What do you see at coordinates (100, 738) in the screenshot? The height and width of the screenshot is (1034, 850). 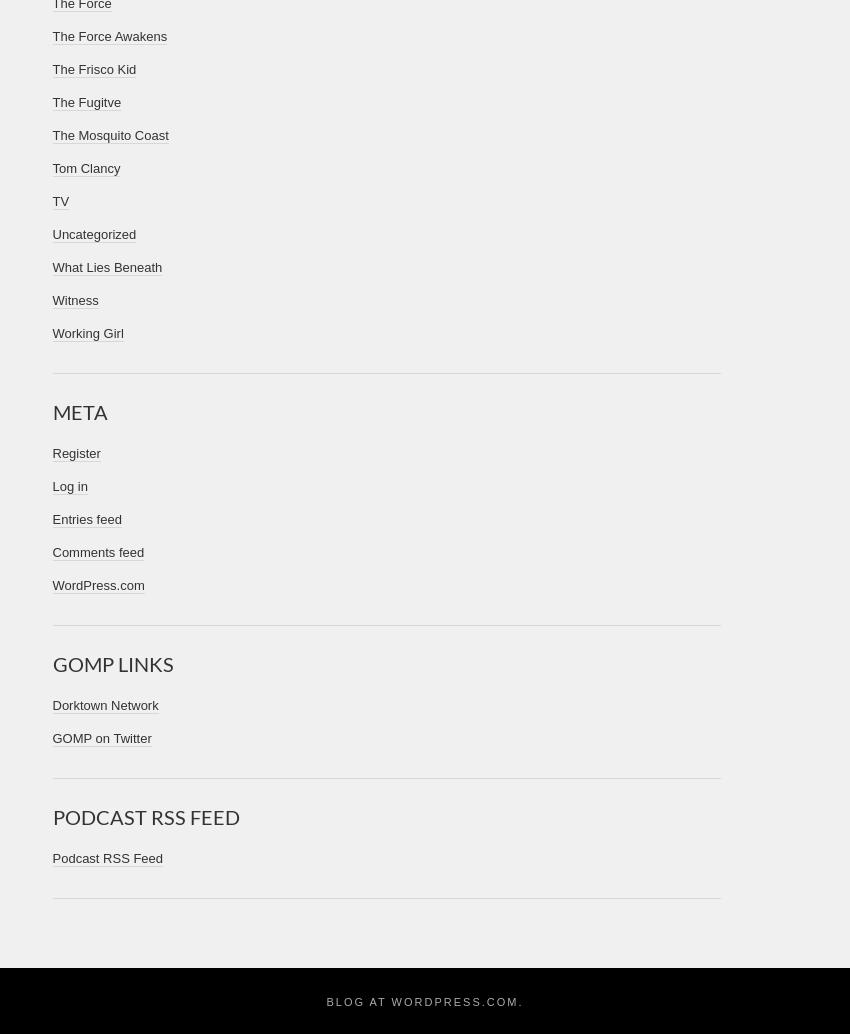 I see `'GOMP on Twitter'` at bounding box center [100, 738].